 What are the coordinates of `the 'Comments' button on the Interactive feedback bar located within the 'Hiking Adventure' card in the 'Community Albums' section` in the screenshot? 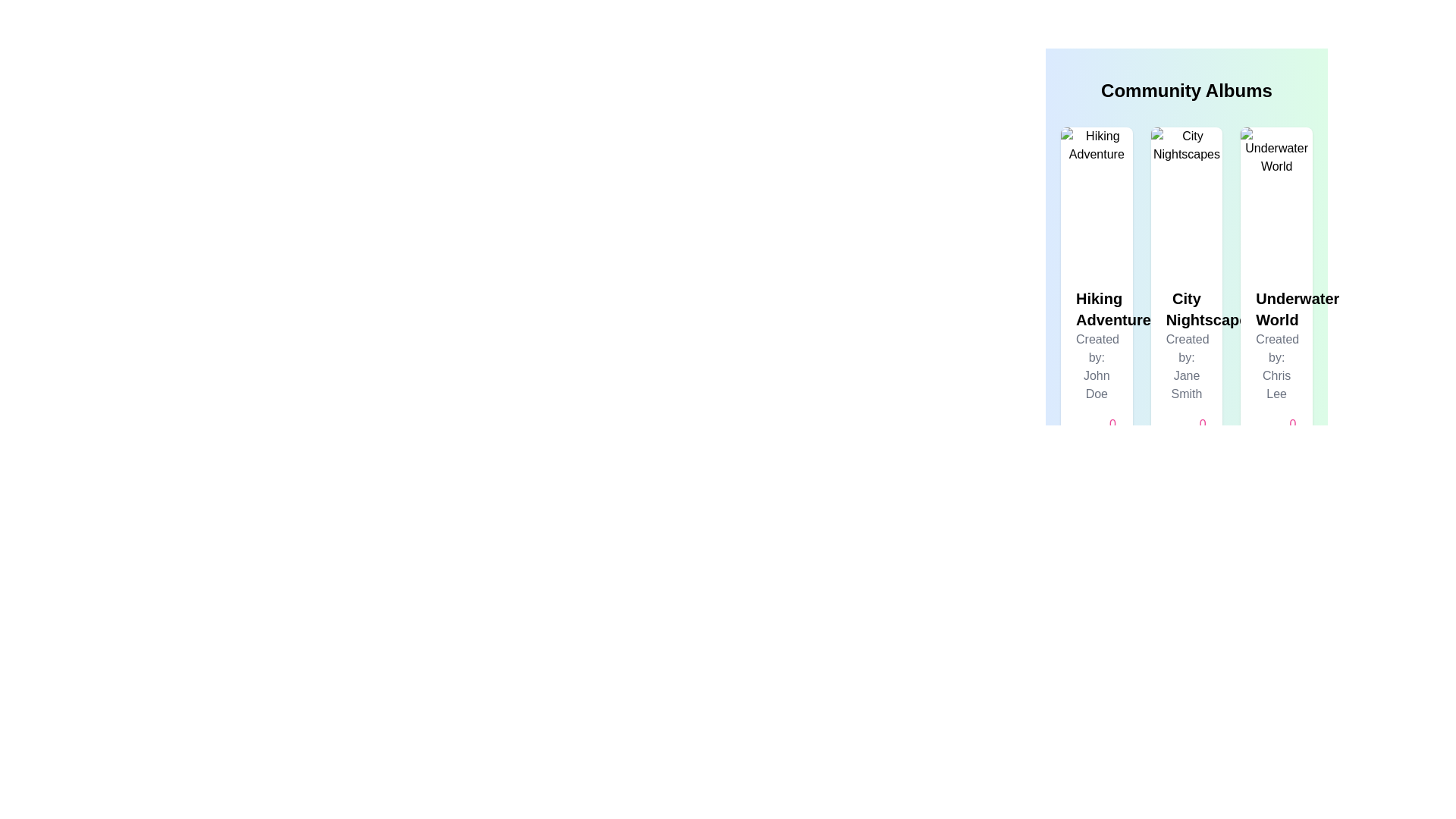 It's located at (1097, 433).